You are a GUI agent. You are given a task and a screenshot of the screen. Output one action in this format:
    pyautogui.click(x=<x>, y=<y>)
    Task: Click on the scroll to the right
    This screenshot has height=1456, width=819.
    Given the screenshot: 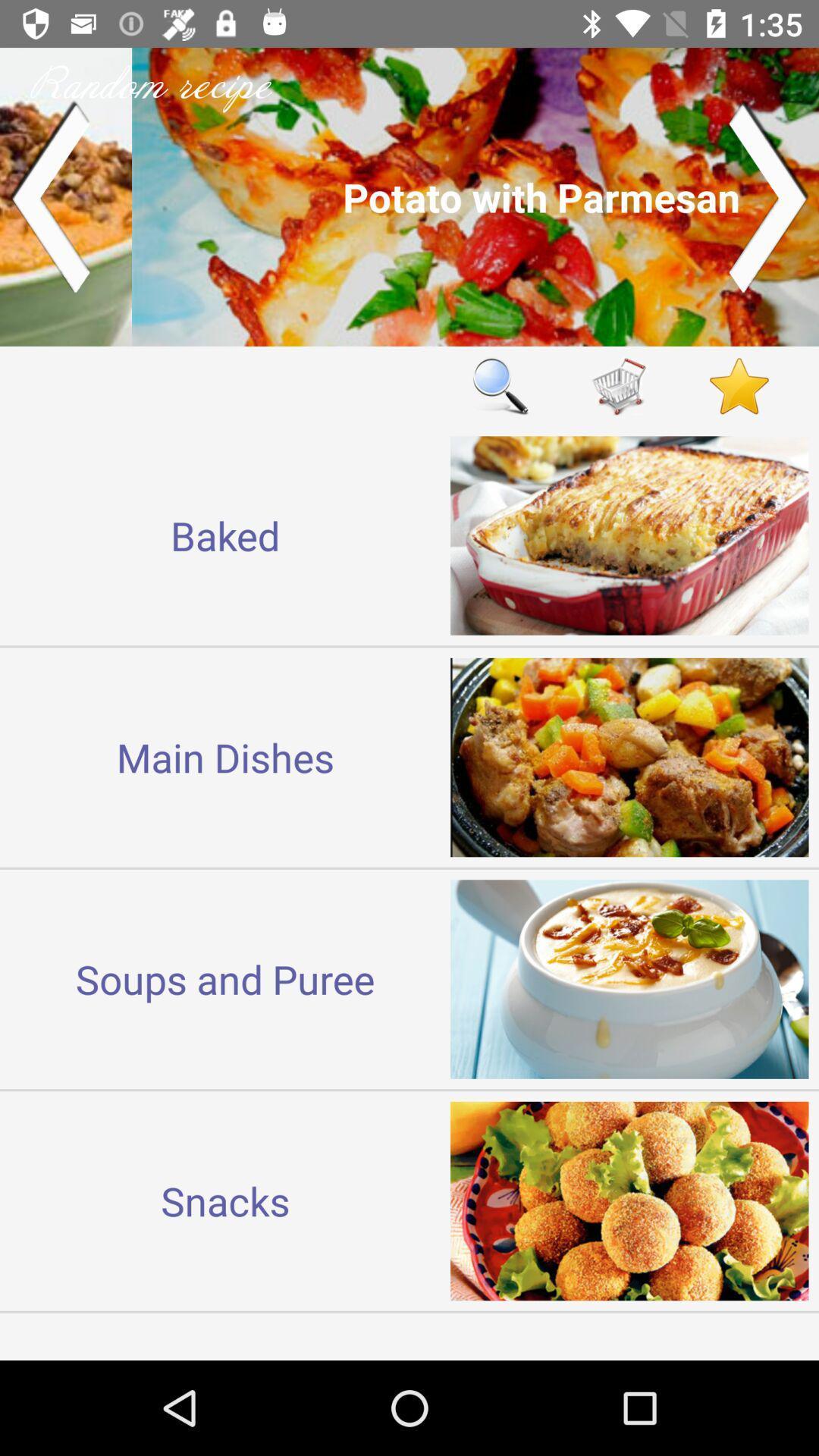 What is the action you would take?
    pyautogui.click(x=769, y=196)
    